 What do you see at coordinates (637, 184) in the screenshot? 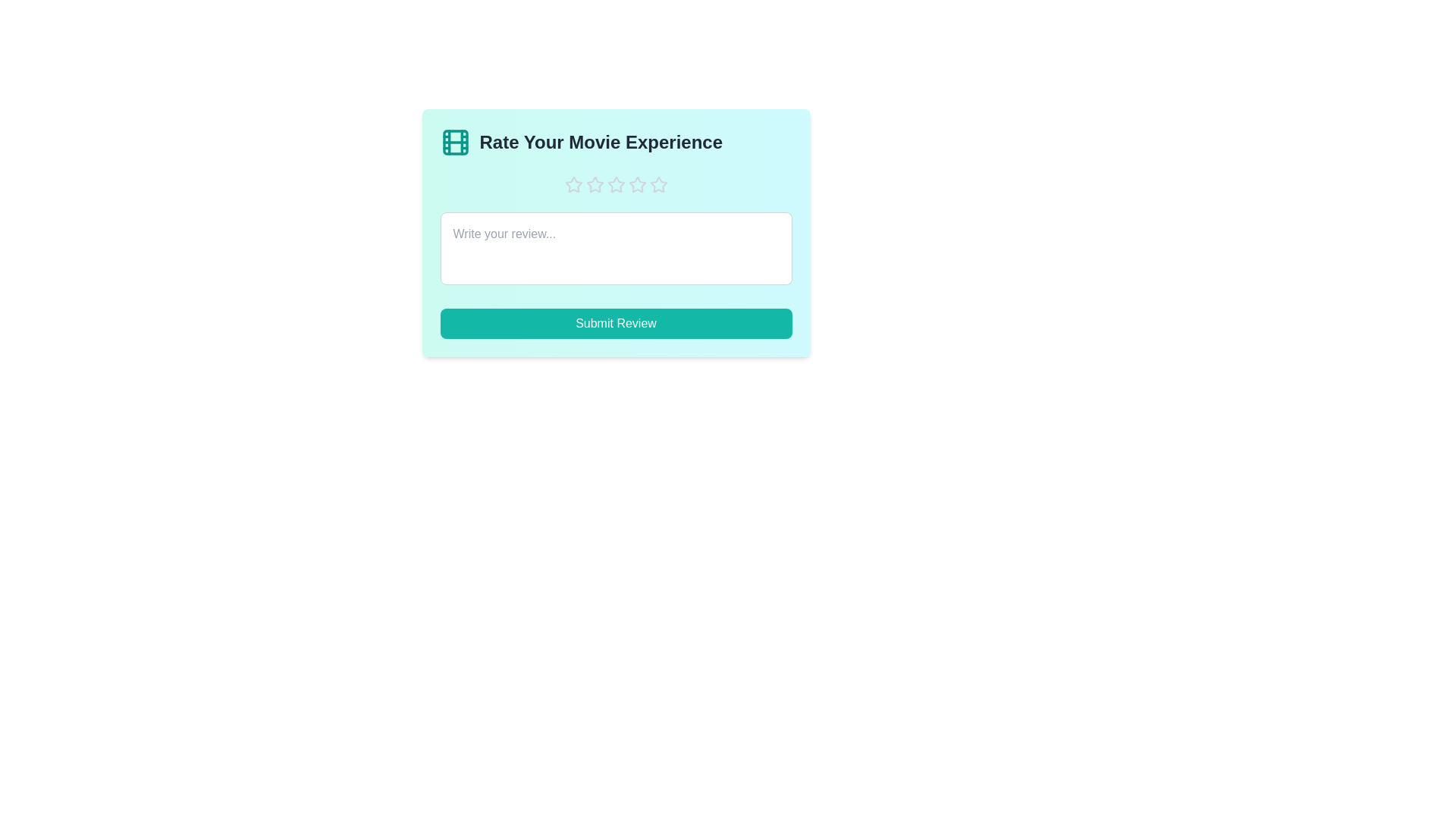
I see `the star corresponding to the rating 4 to set the movie experience rating` at bounding box center [637, 184].